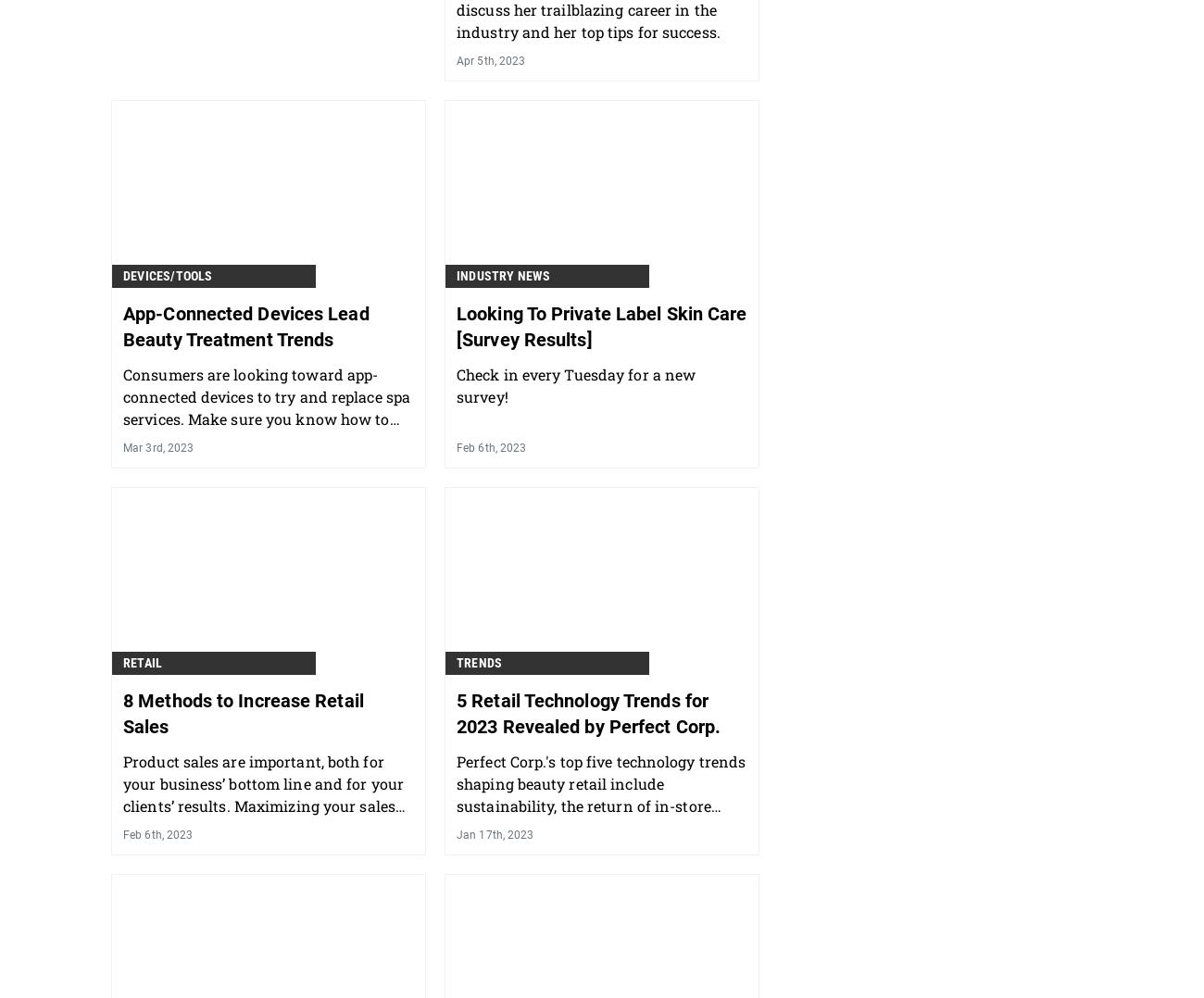  Describe the element at coordinates (266, 418) in the screenshot. I see `'Consumers are looking toward app-connected devices to try and replace spa services. Make sure you know how to show your clients that you work in tandem with these home care options.'` at that location.